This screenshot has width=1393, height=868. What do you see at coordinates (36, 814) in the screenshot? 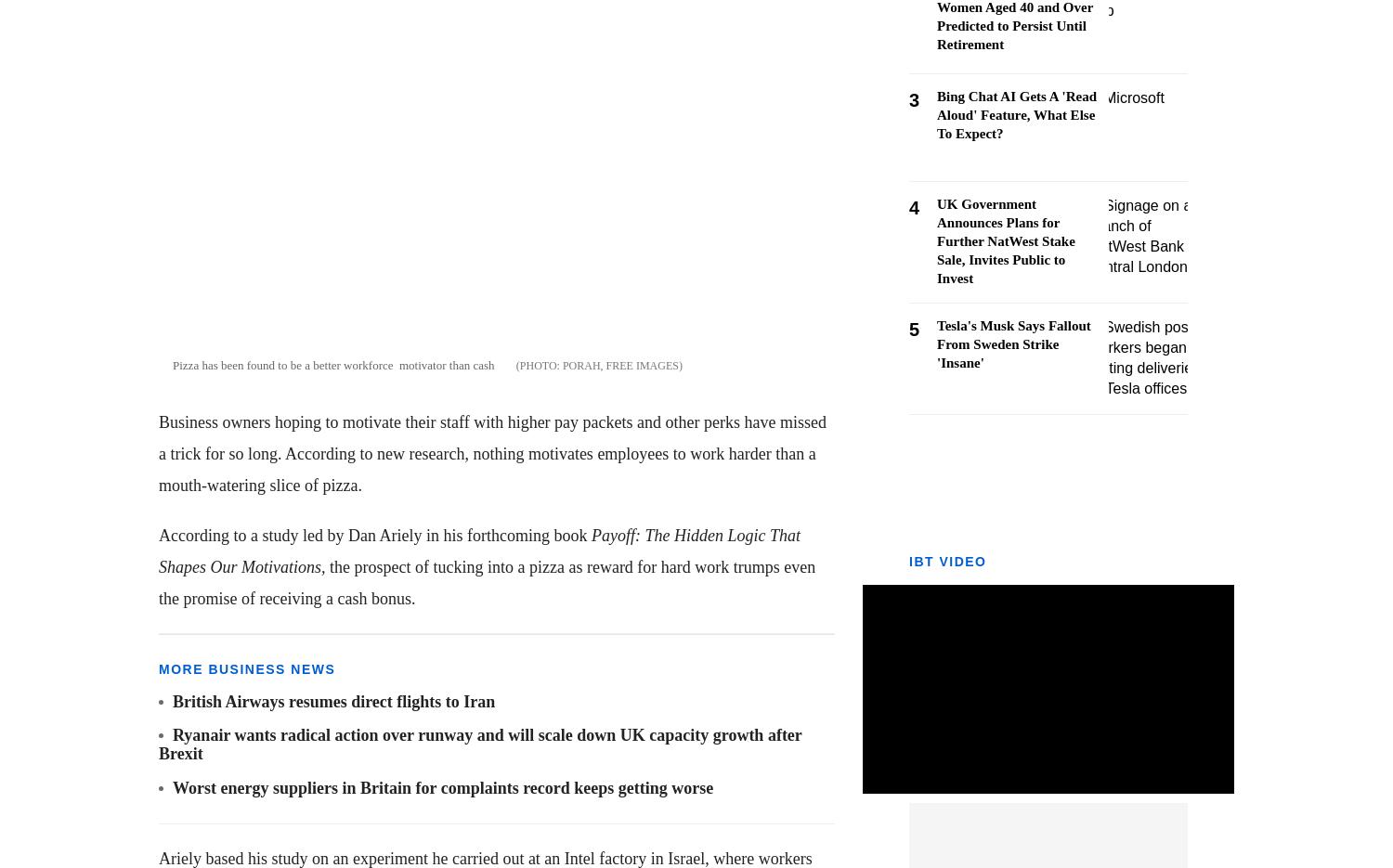
I see `'Opinion'` at bounding box center [36, 814].